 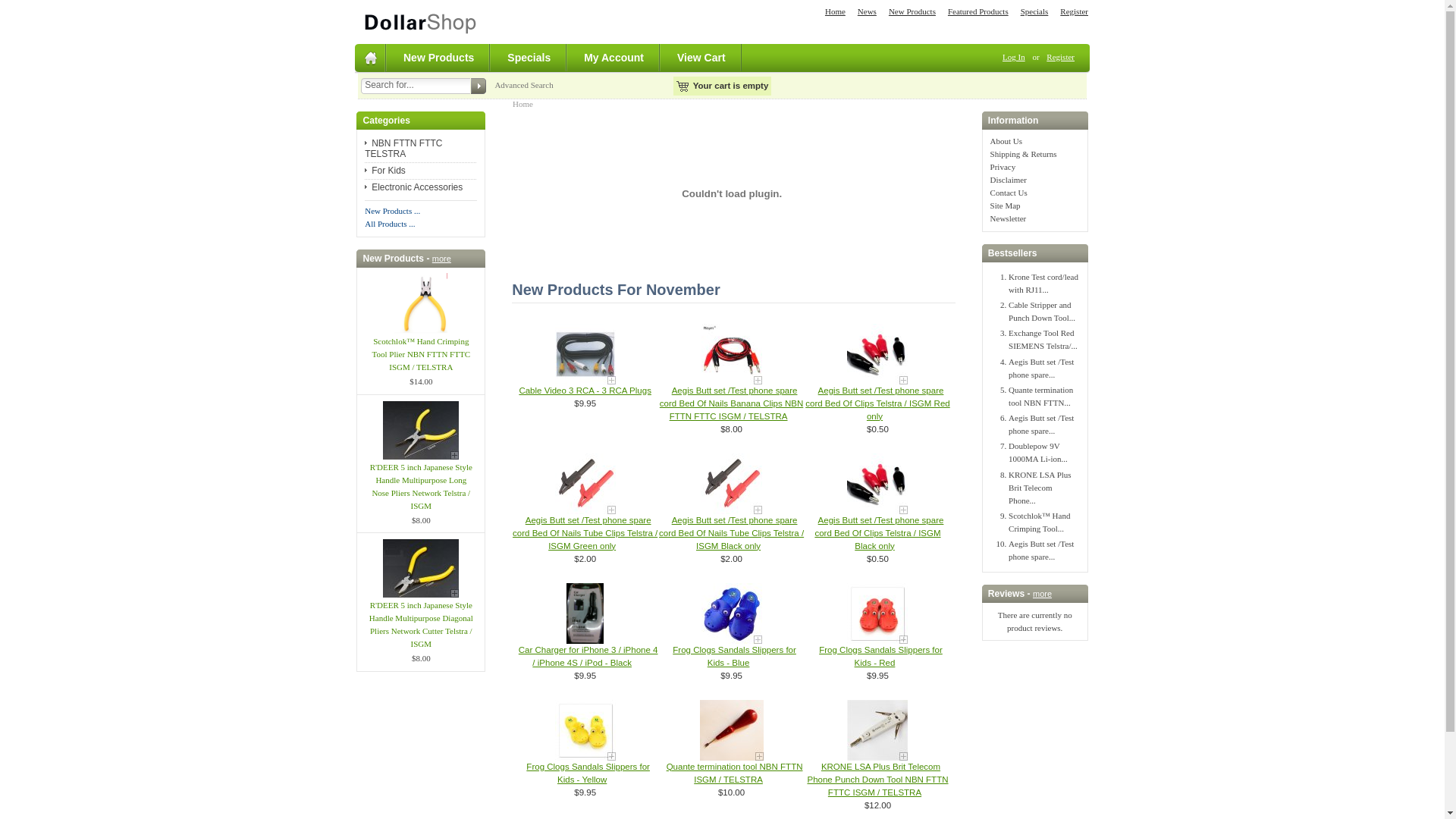 I want to click on 'Newsletter', so click(x=990, y=218).